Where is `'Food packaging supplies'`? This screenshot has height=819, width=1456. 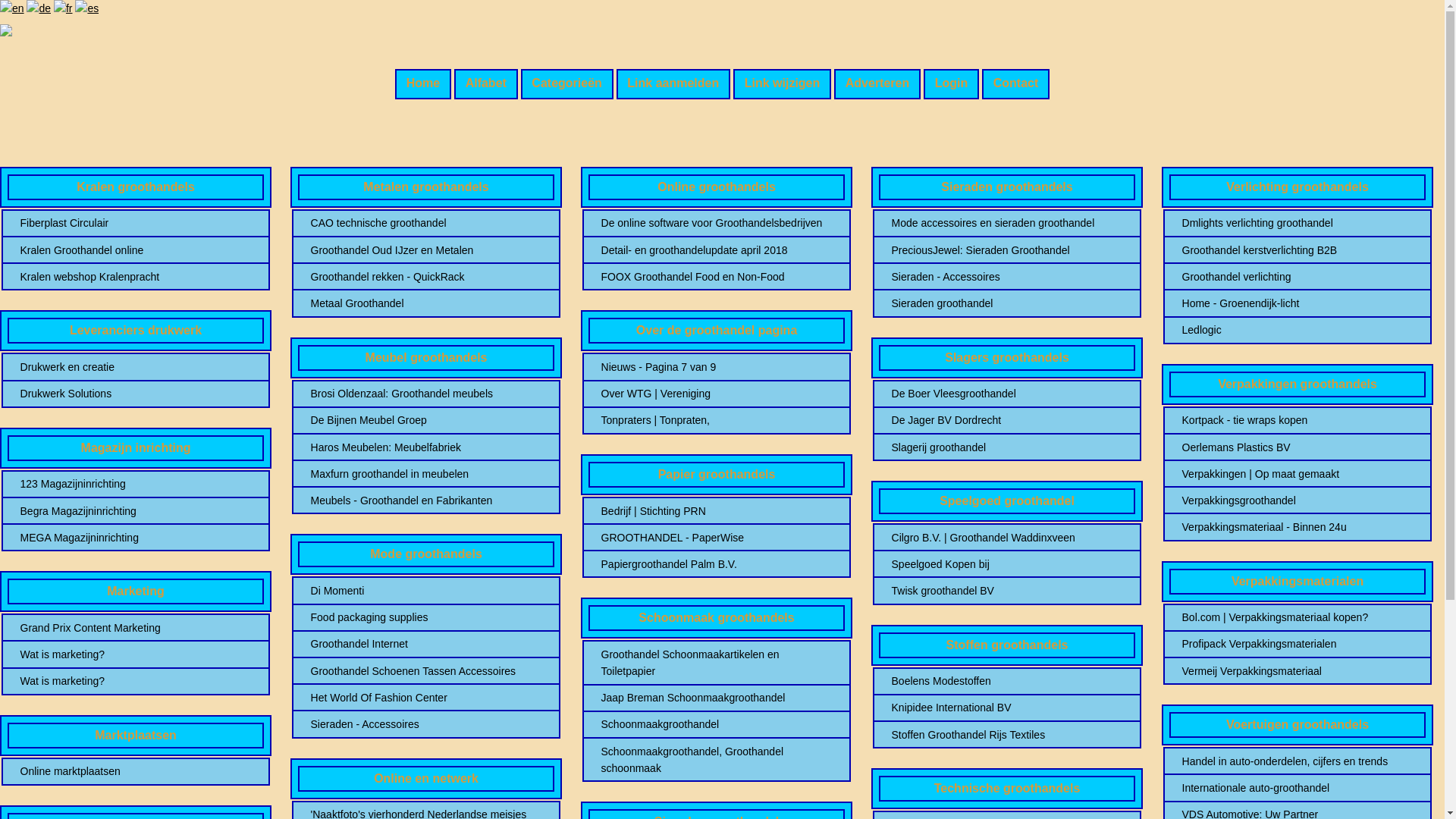 'Food packaging supplies' is located at coordinates (425, 617).